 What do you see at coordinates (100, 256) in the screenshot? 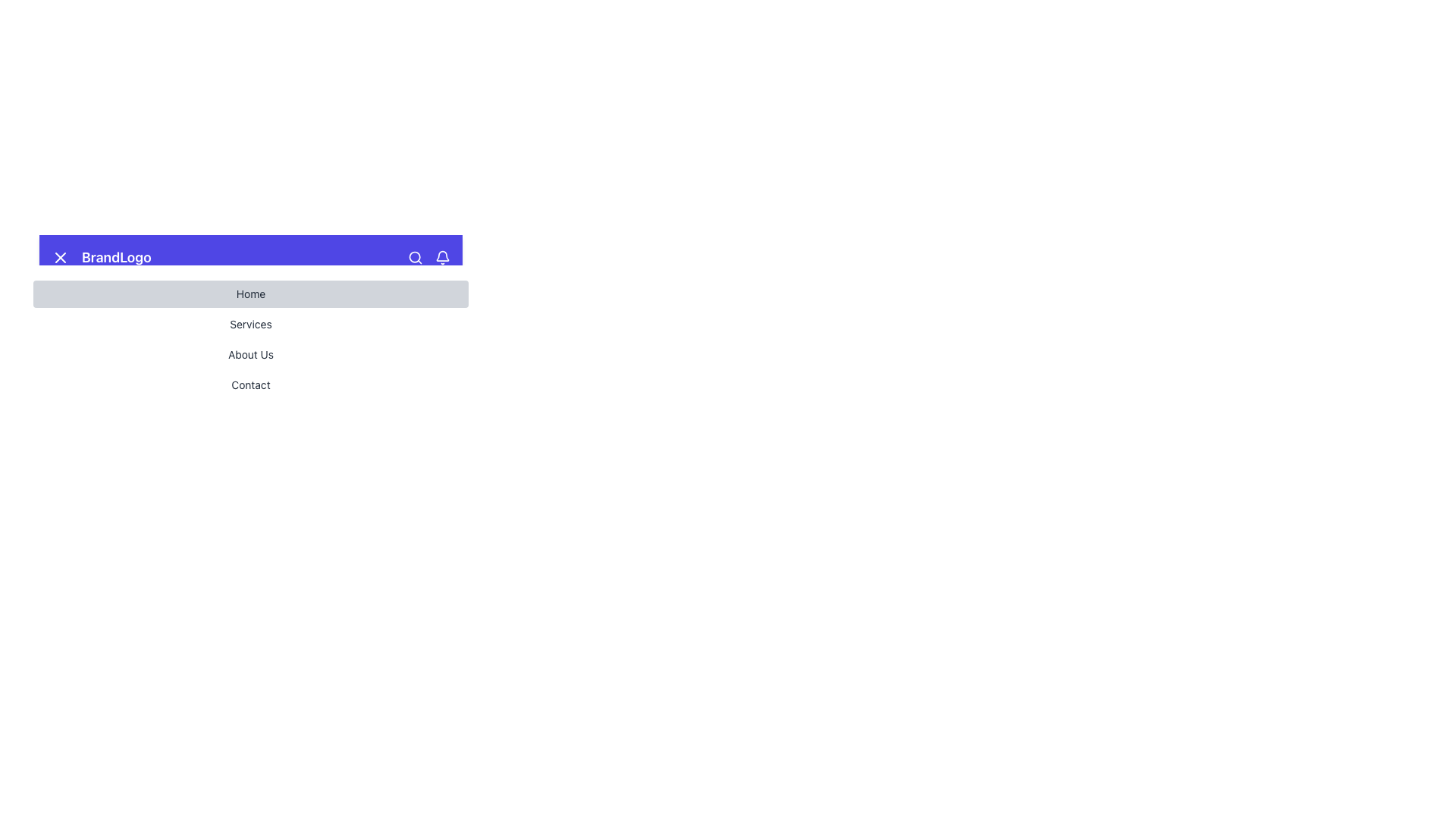
I see `the text label 'BrandLogo' that is styled in bold and large font, located at the leftmost side of the horizontal navigation bar` at bounding box center [100, 256].